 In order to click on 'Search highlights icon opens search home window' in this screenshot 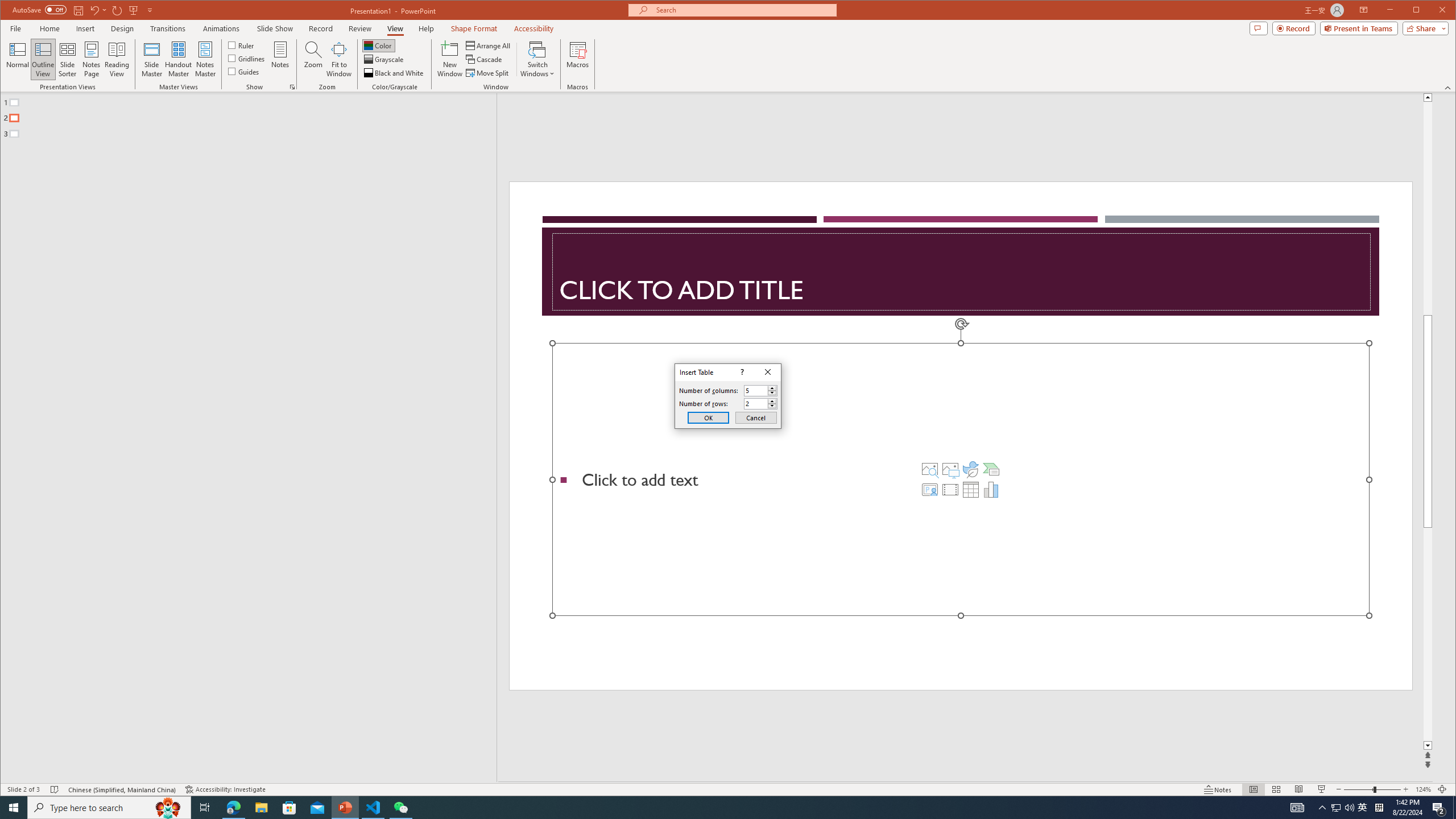, I will do `click(167, 806)`.